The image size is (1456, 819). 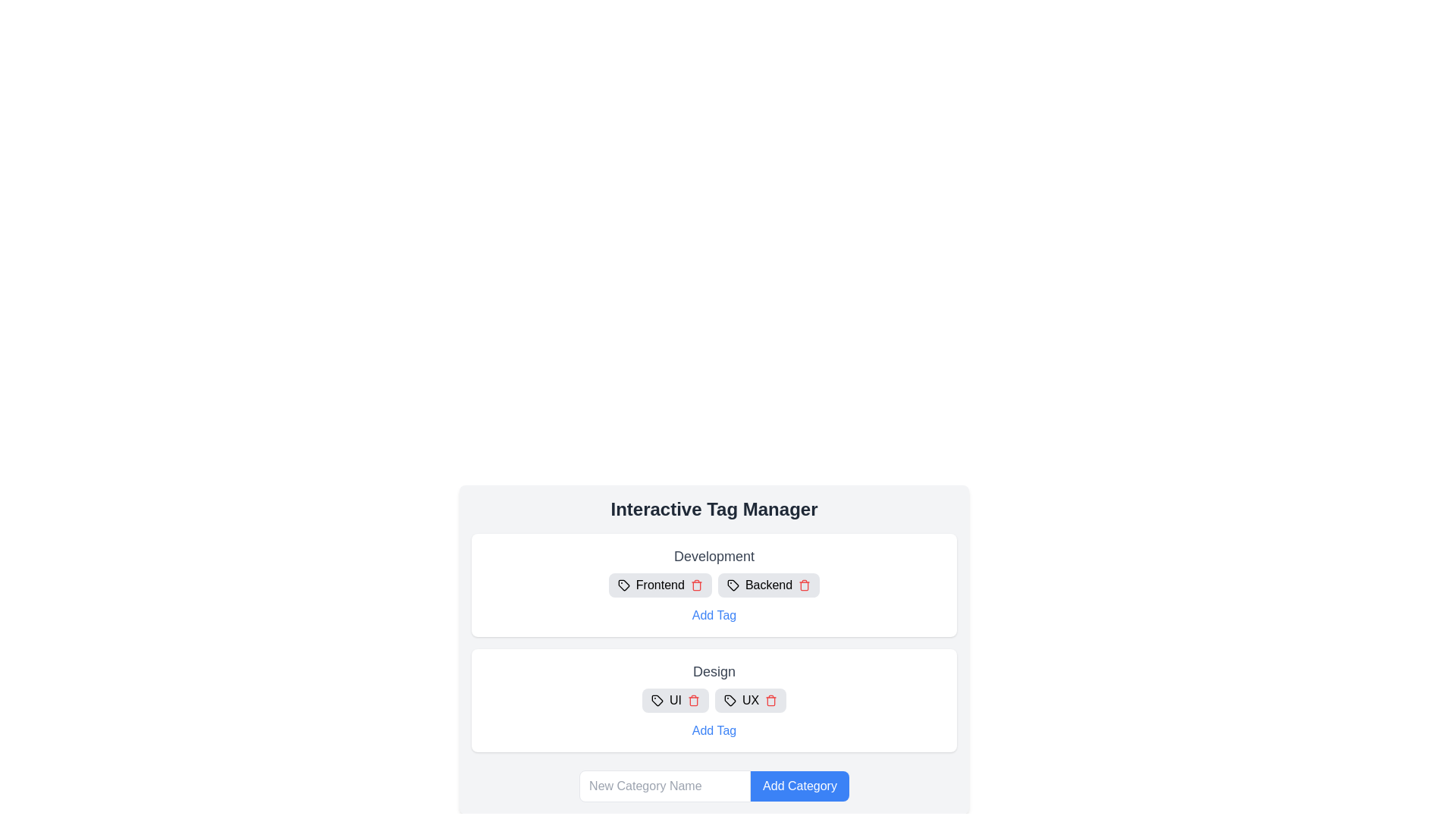 What do you see at coordinates (804, 584) in the screenshot?
I see `the delete button for the 'Backend' tag, which is located inside a gray rounded box labeled 'Backend' under the 'Development' section of the interface` at bounding box center [804, 584].